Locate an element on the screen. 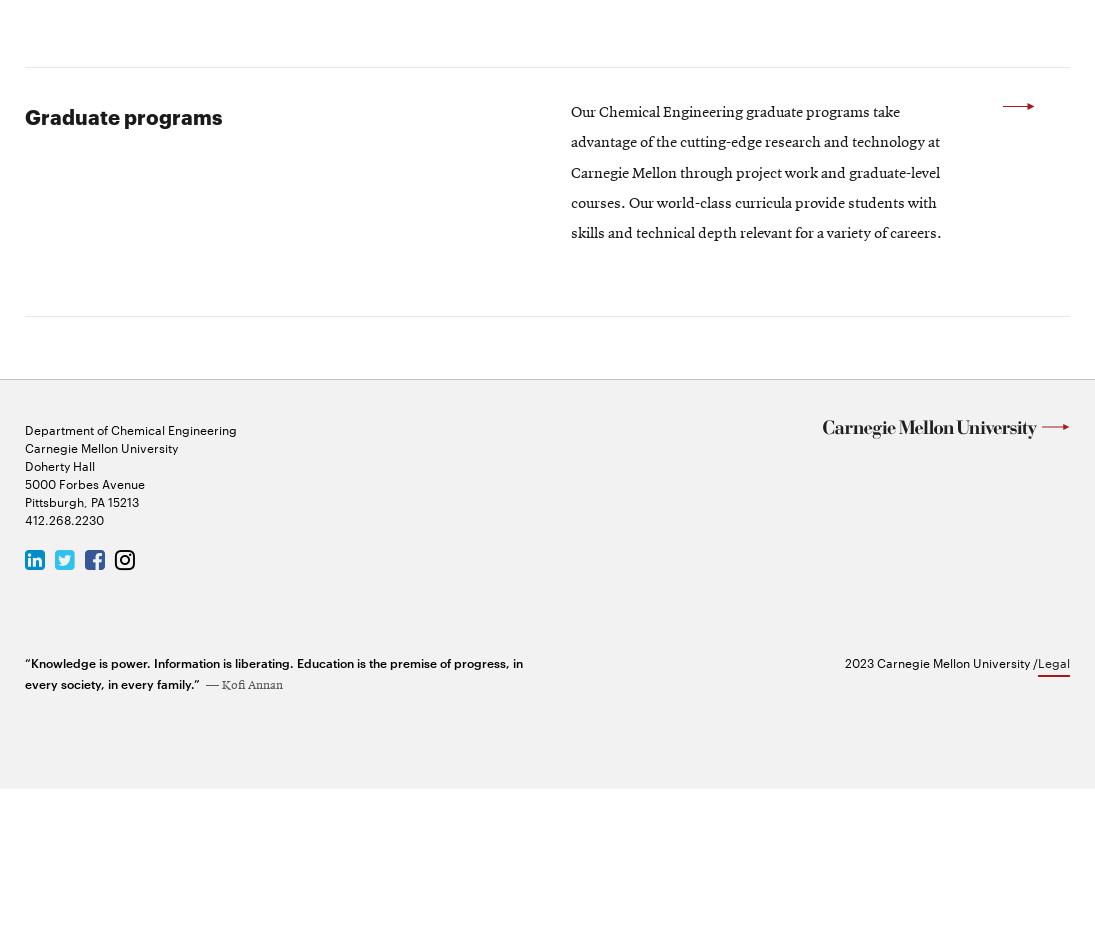 This screenshot has width=1095, height=943. 'Graduate programs' is located at coordinates (122, 231).